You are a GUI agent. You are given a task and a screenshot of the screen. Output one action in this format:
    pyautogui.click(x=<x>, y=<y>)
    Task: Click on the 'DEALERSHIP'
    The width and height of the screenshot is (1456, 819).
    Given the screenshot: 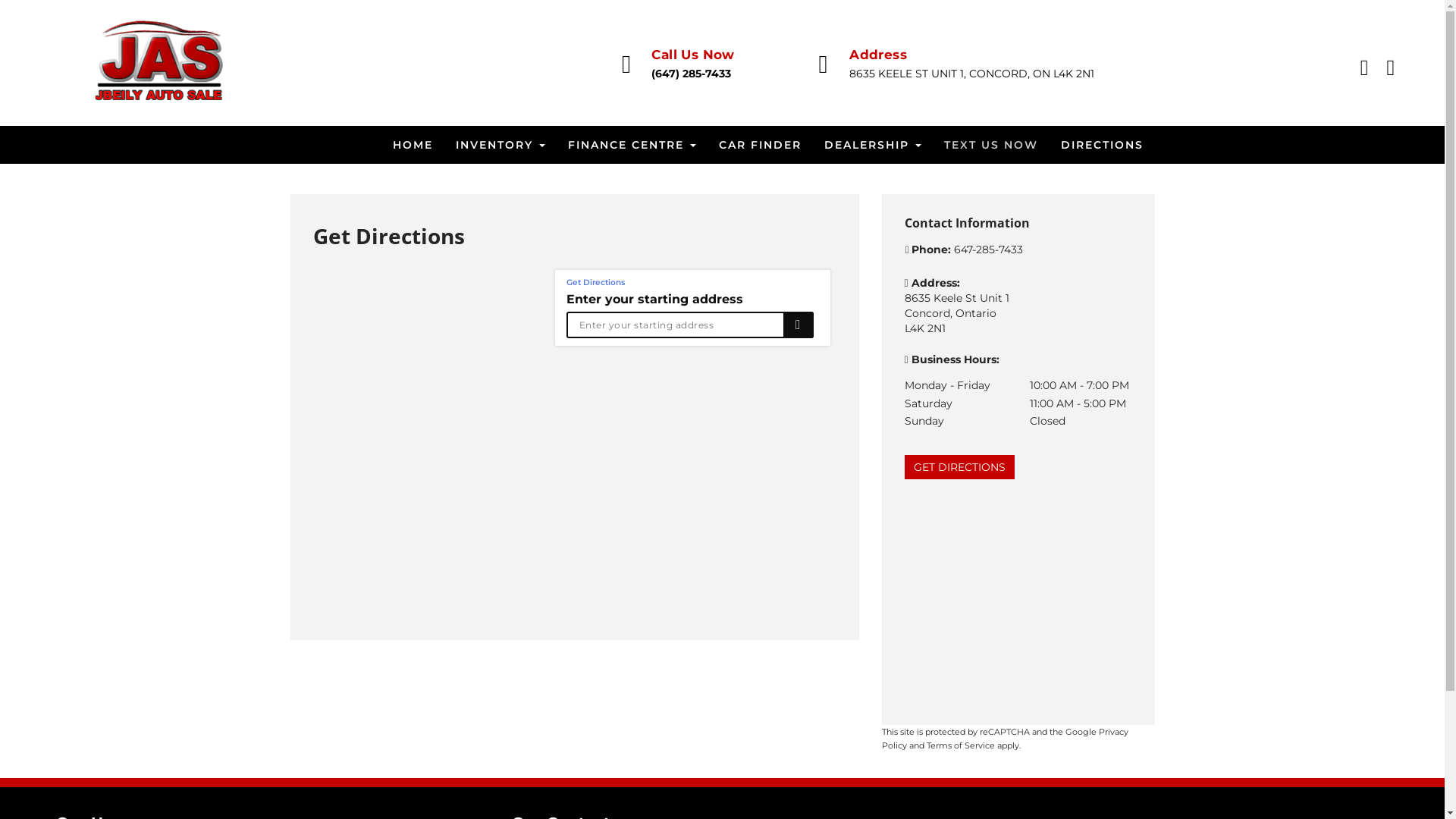 What is the action you would take?
    pyautogui.click(x=873, y=145)
    